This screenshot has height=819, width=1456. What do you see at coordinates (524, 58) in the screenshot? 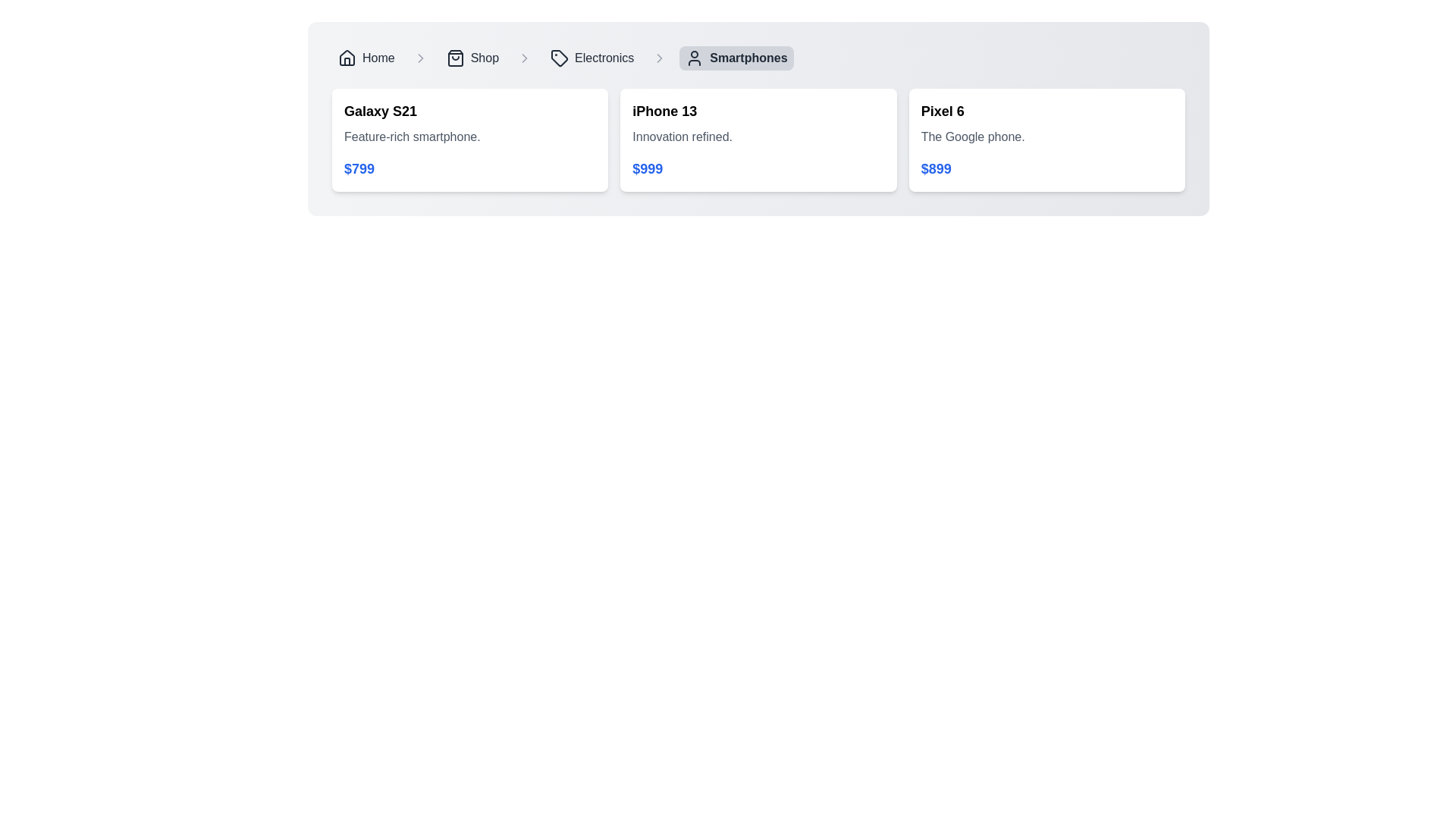
I see `the right-pointing chevron icon in the breadcrumb navigation bar, positioned between the 'Electronics' label and the next segment` at bounding box center [524, 58].